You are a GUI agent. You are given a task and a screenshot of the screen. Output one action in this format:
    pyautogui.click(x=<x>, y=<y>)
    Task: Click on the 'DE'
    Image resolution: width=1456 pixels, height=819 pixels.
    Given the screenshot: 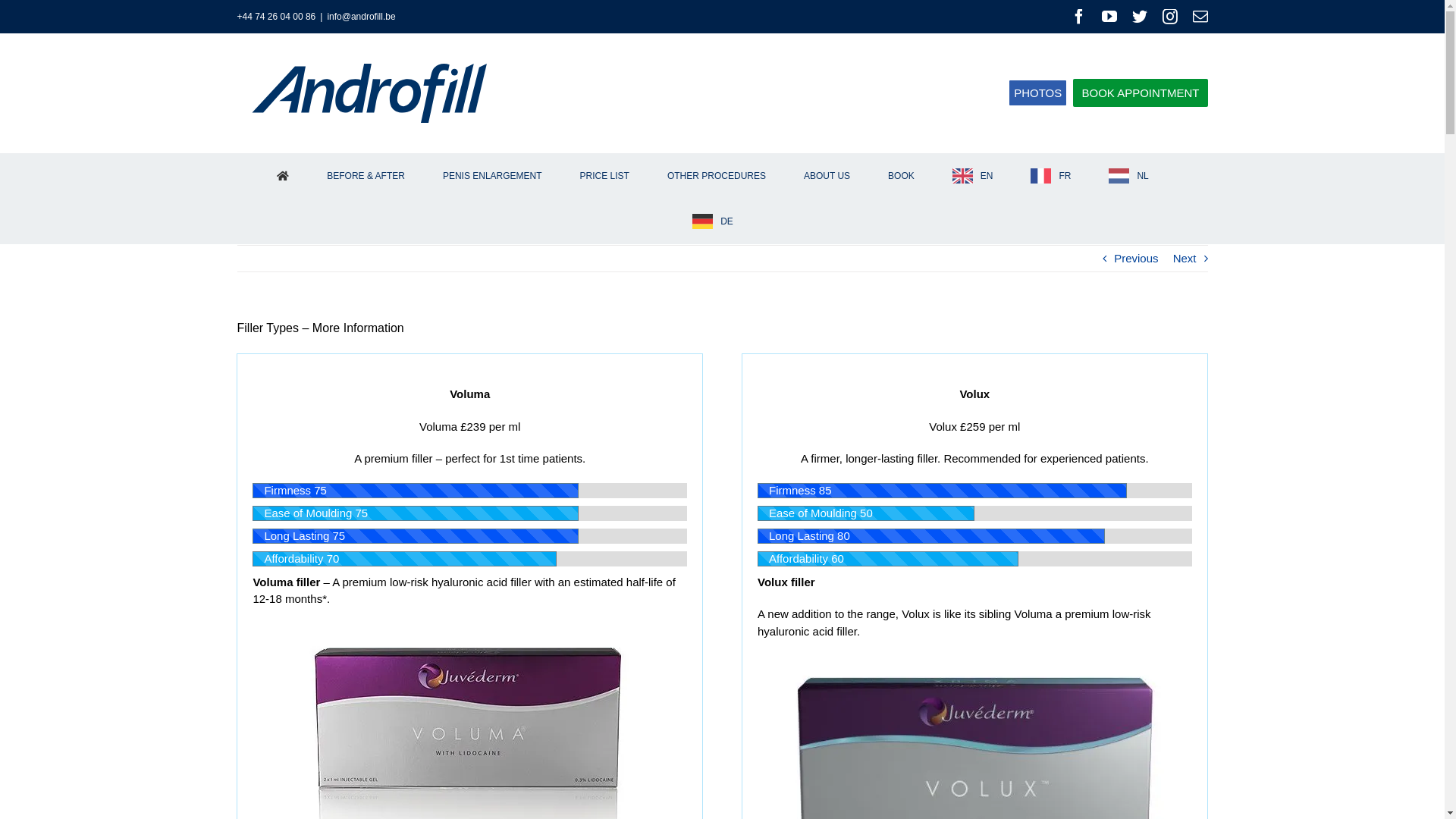 What is the action you would take?
    pyautogui.click(x=712, y=221)
    